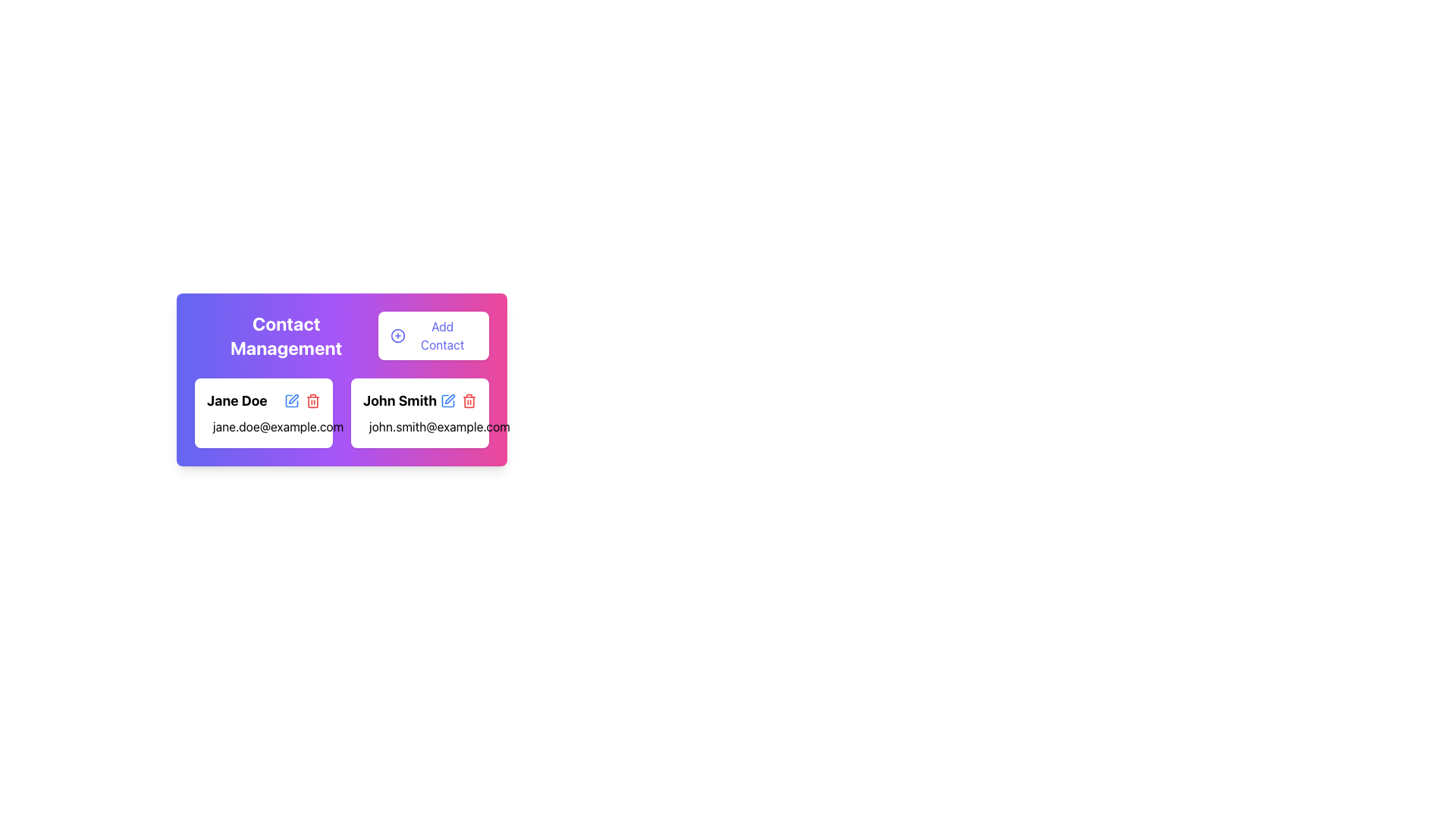 Image resolution: width=1456 pixels, height=819 pixels. Describe the element at coordinates (469, 400) in the screenshot. I see `the delete icon button located in the bottom-right corner of the 'John Smith' contact card` at that location.